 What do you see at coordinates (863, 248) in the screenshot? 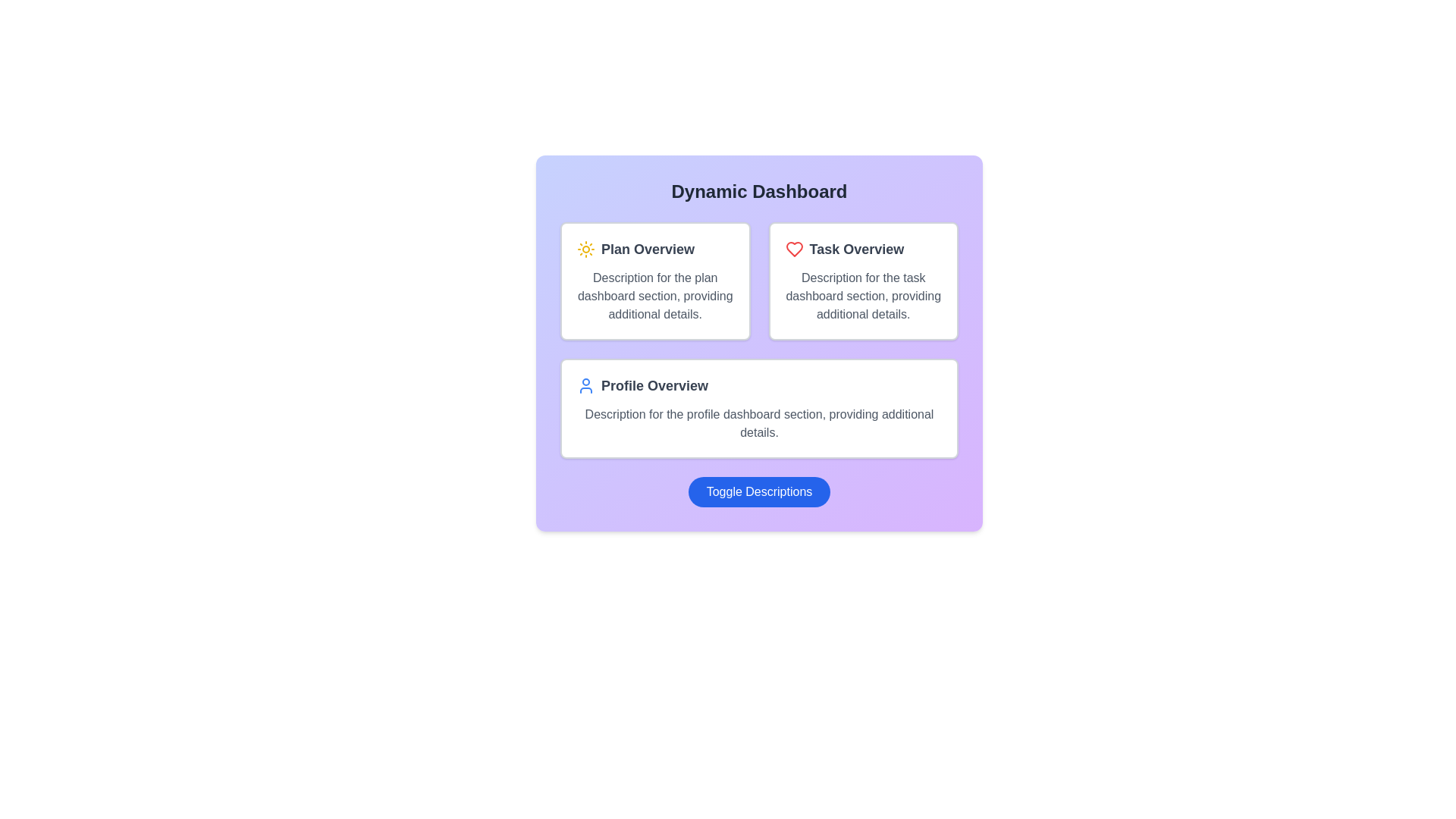
I see `the 'Task Overview' text element, which is associated with a red heart-shaped icon and is located in the upper right rectangle of the summary cards` at bounding box center [863, 248].